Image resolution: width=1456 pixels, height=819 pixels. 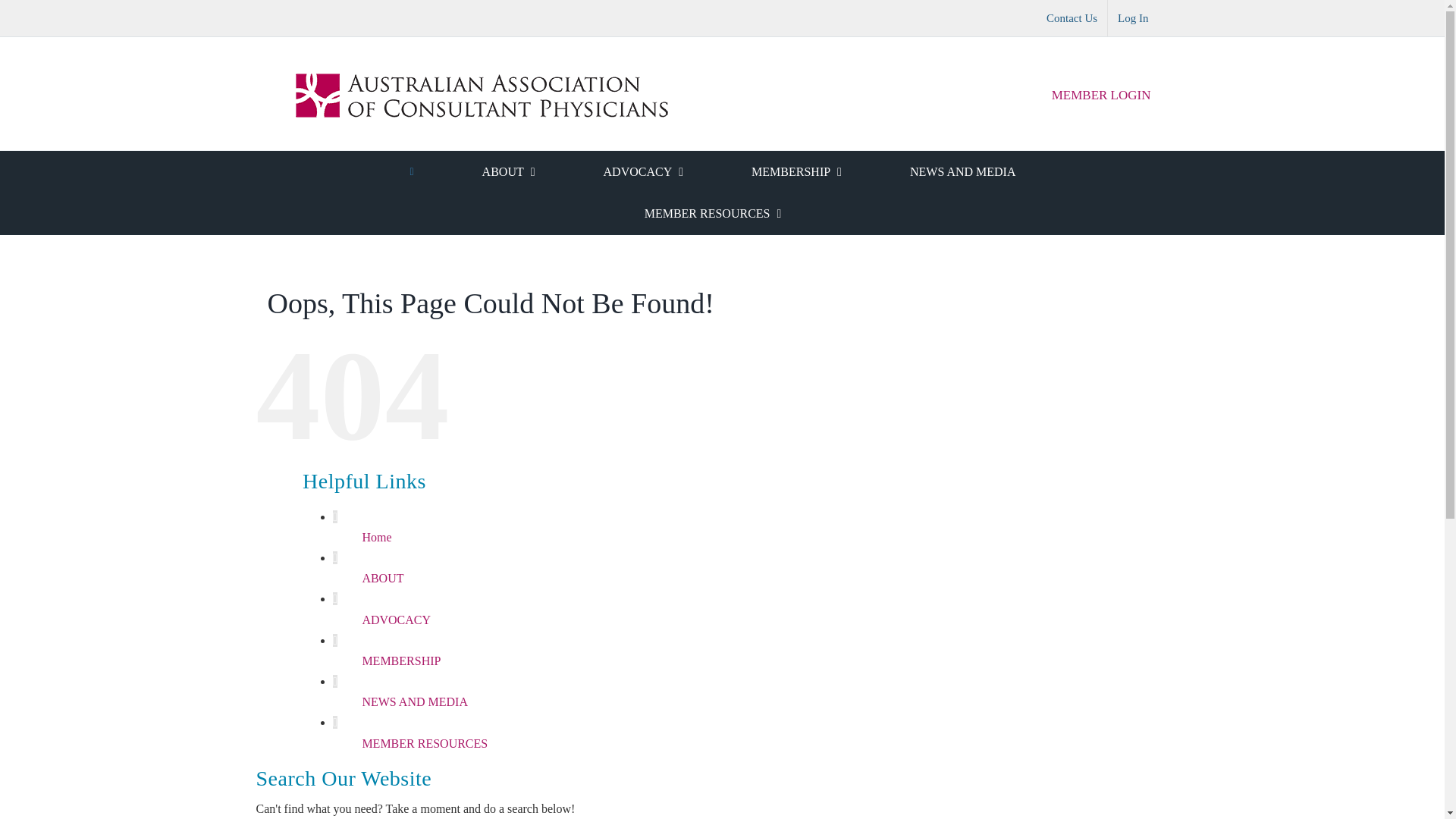 What do you see at coordinates (360, 742) in the screenshot?
I see `'MEMBER RESOURCES'` at bounding box center [360, 742].